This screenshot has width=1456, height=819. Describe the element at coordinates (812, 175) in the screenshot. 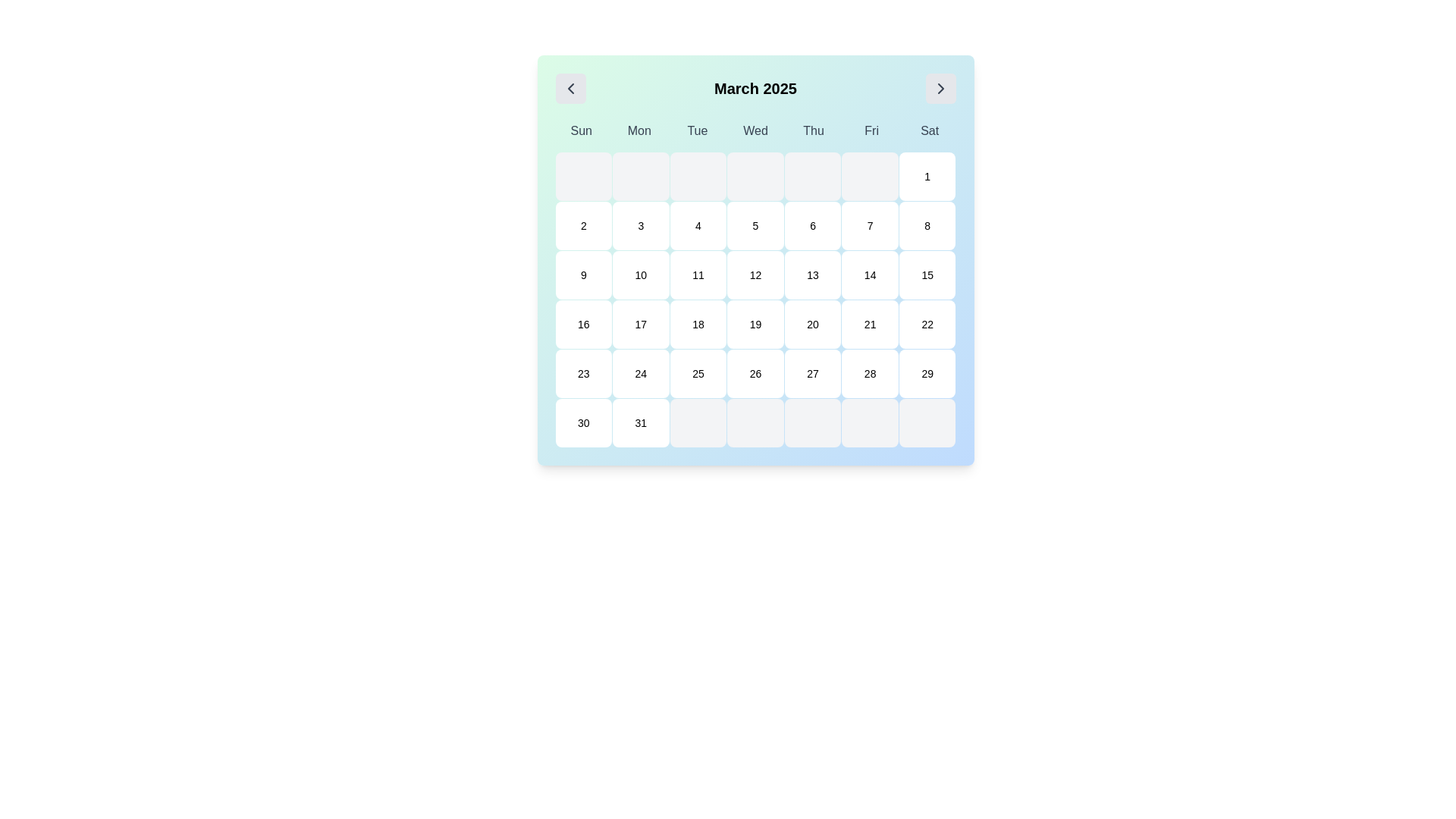

I see `the fifth cell in the topmost row of the calendar grid, which is under the column labeled 'Thu'` at that location.